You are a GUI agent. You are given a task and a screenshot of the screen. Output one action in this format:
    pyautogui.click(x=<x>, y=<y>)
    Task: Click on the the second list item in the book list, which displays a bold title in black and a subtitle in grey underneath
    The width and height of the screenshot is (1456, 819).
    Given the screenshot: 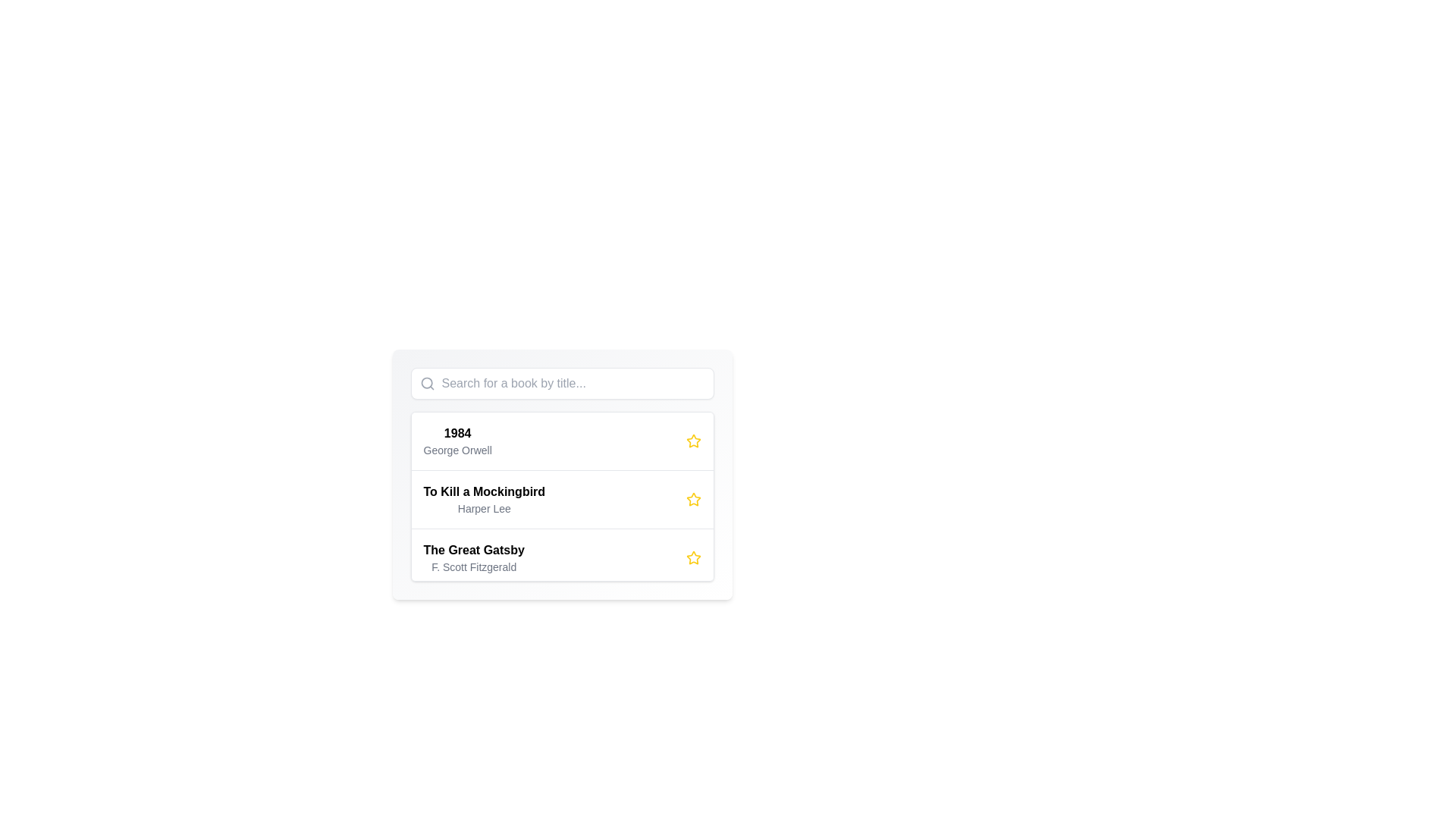 What is the action you would take?
    pyautogui.click(x=561, y=497)
    